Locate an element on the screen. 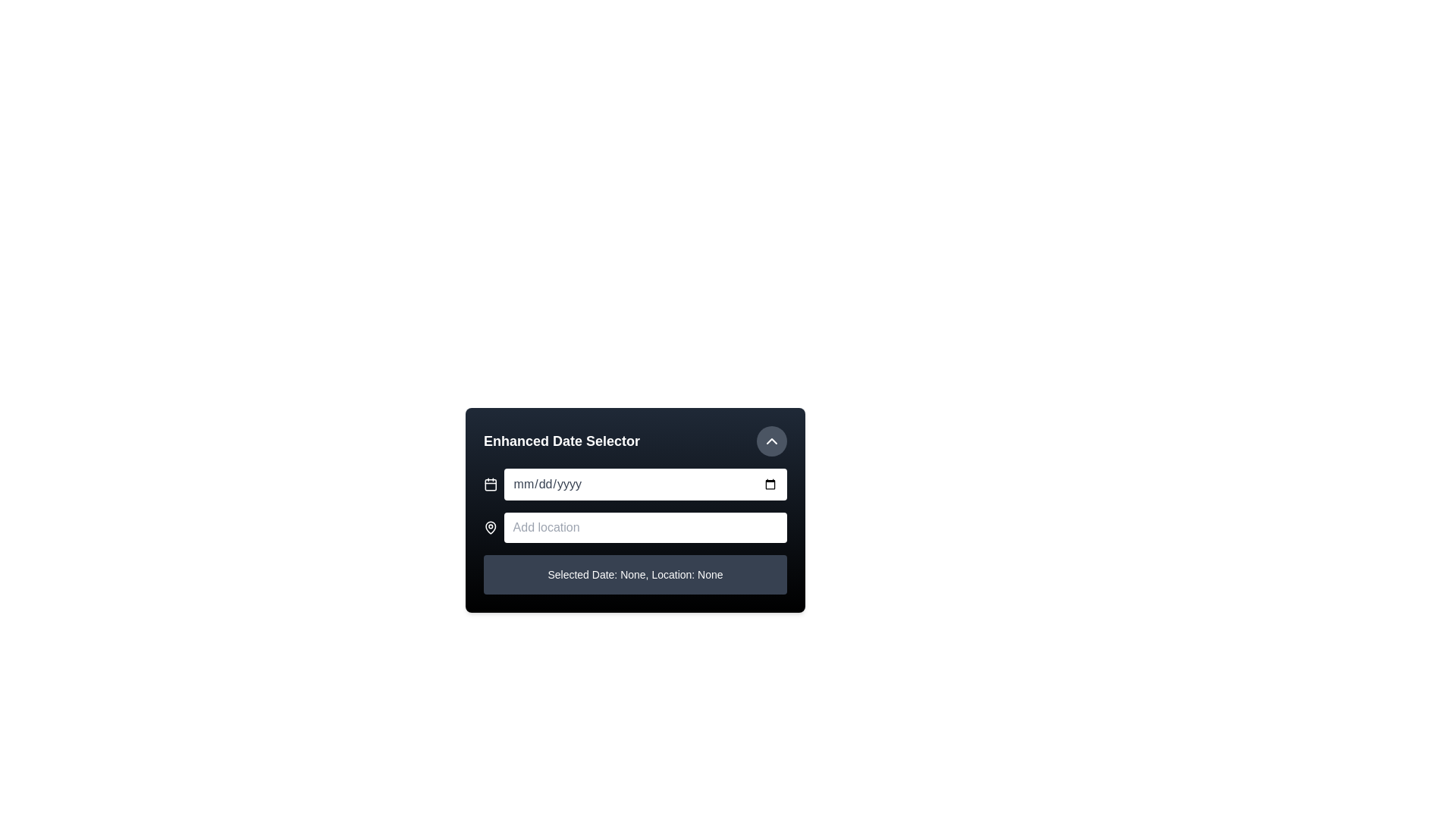  the circular button with a dark gray background and a chevron arrow icon pointing upwards to observe the hover effect is located at coordinates (771, 441).